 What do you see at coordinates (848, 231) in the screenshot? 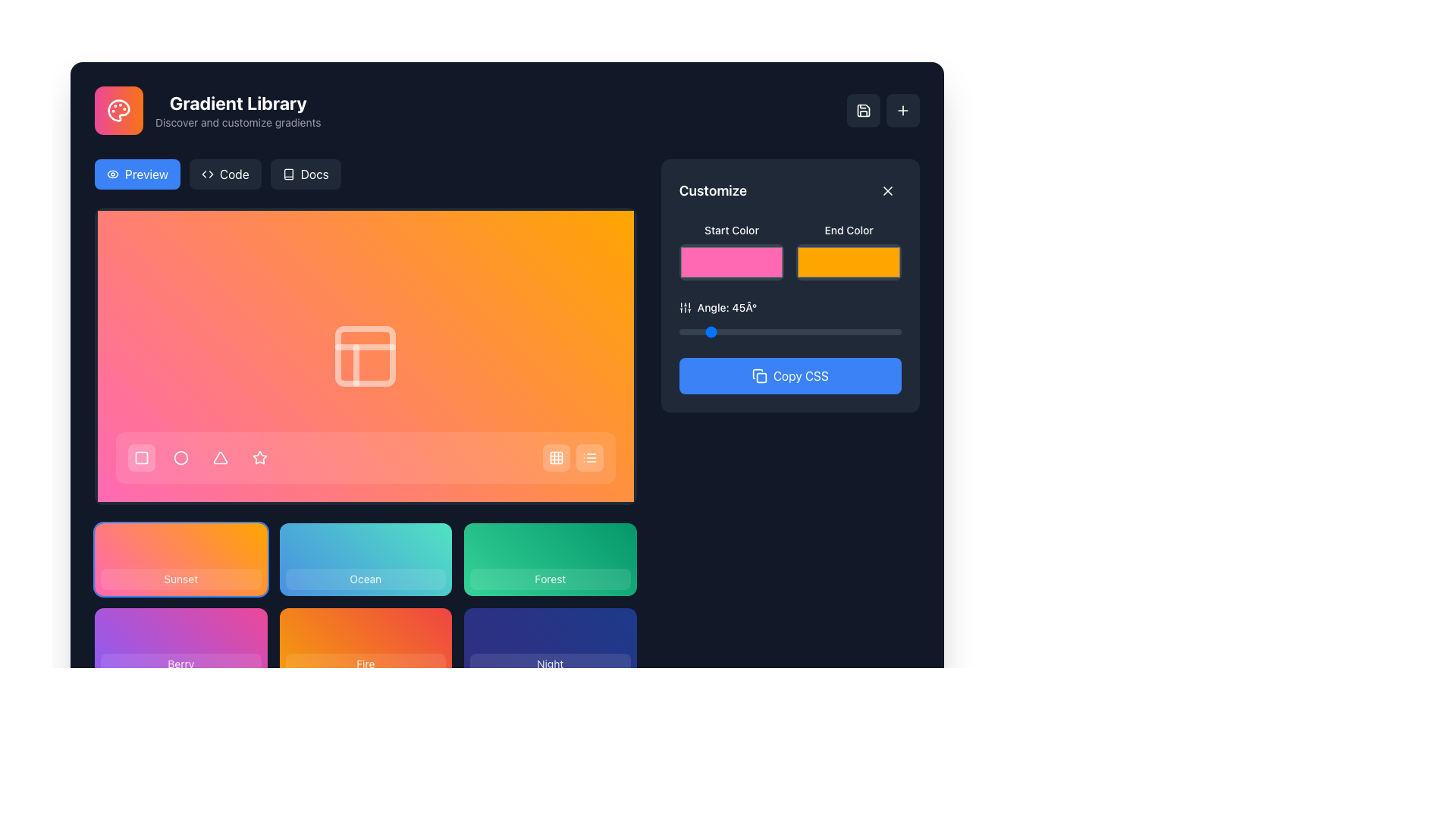
I see `the 'End Color' text label which identifies the associated color-picker control below it in the 'Customize' section of the user interface` at bounding box center [848, 231].